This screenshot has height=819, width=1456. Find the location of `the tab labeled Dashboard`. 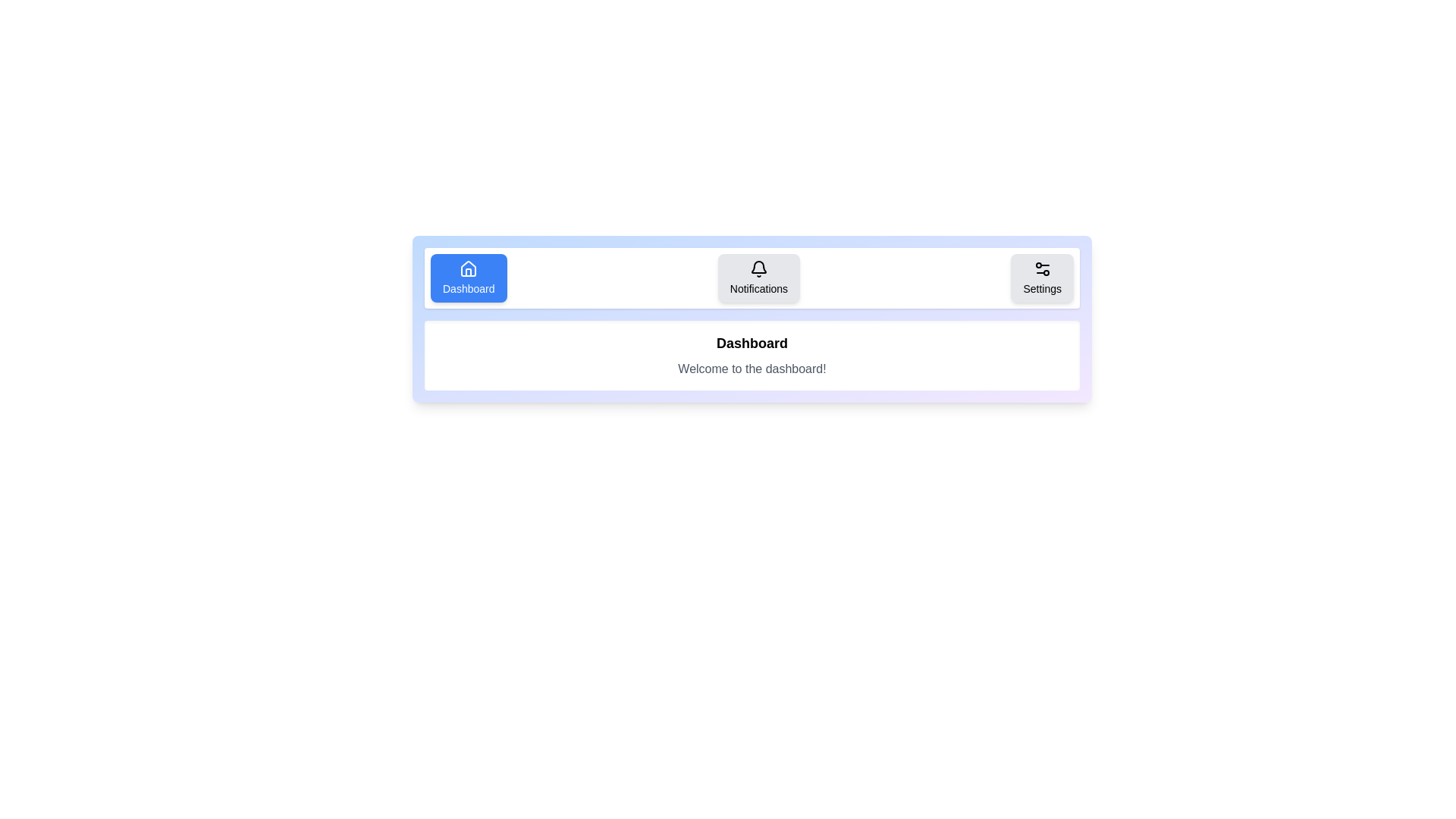

the tab labeled Dashboard is located at coordinates (468, 278).